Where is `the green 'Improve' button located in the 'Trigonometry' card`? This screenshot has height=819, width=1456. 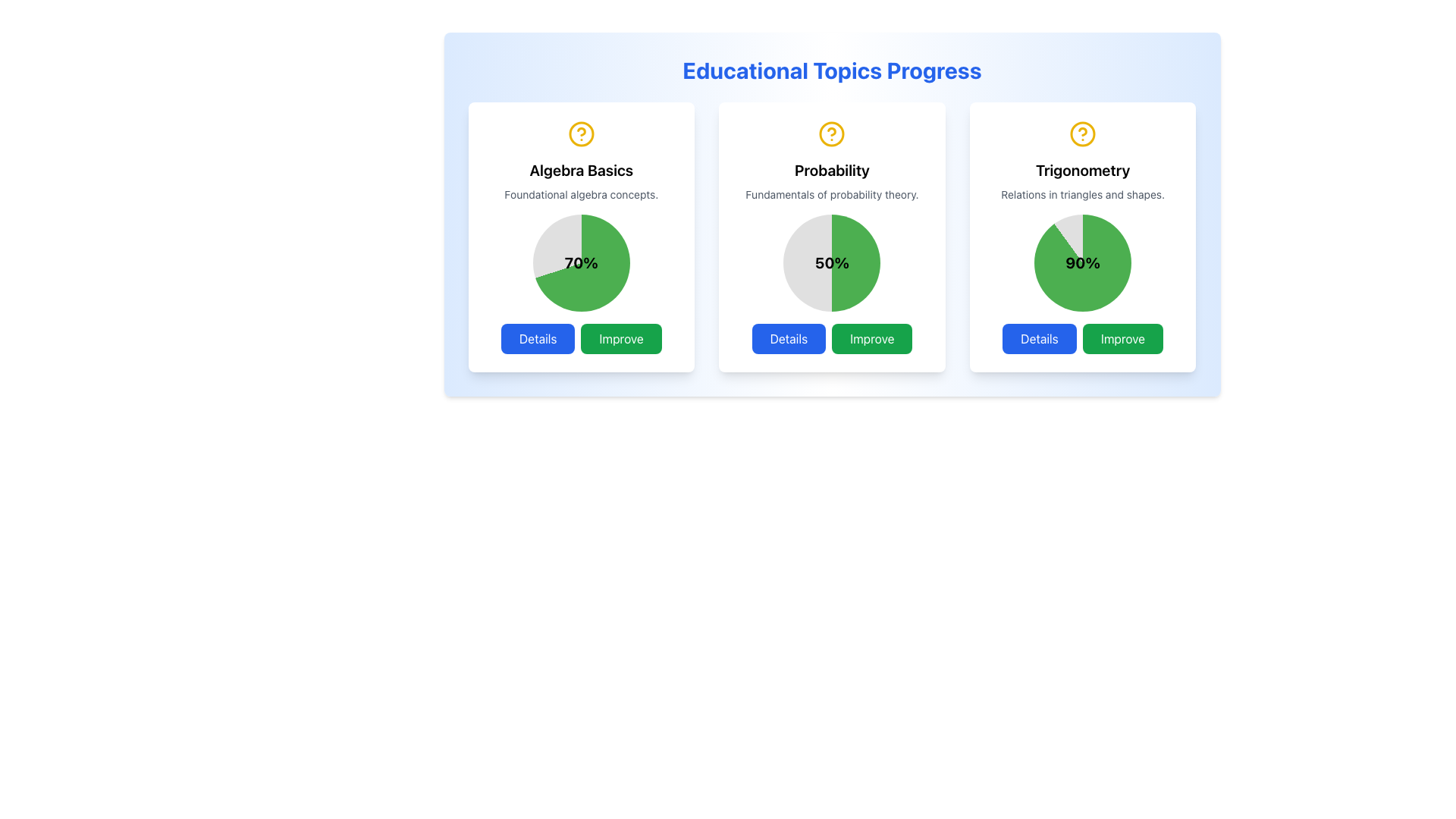
the green 'Improve' button located in the 'Trigonometry' card is located at coordinates (1082, 338).